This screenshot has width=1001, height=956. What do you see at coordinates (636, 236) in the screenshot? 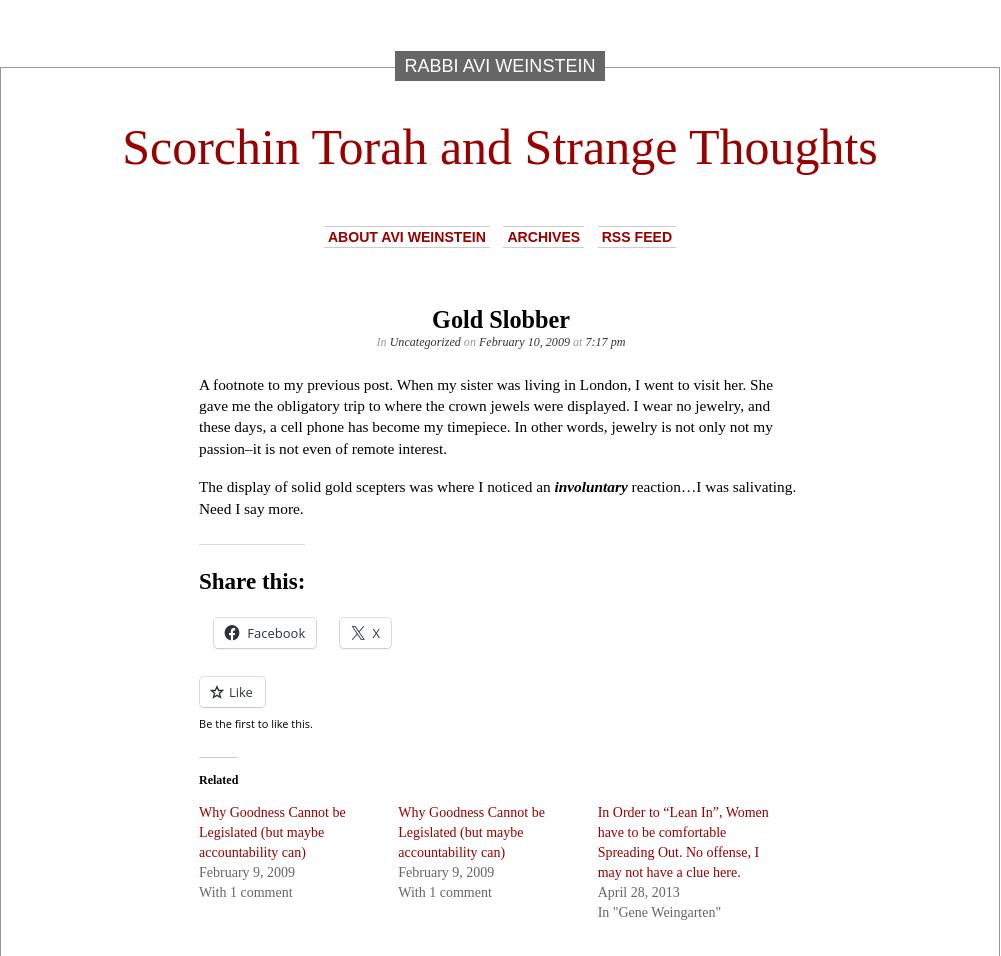
I see `'RSS Feed'` at bounding box center [636, 236].